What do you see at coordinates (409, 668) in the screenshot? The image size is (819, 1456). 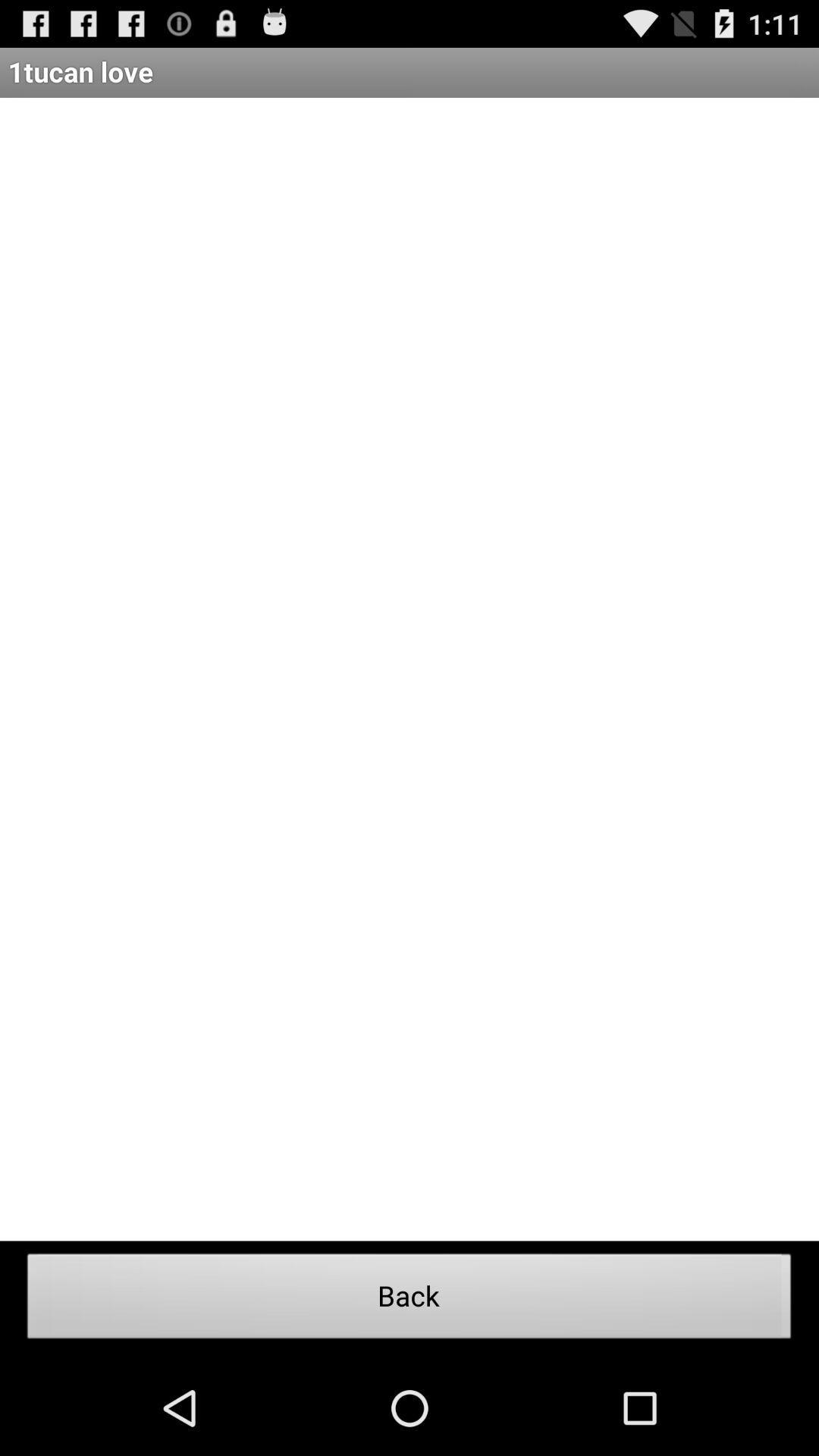 I see `the item above the back item` at bounding box center [409, 668].